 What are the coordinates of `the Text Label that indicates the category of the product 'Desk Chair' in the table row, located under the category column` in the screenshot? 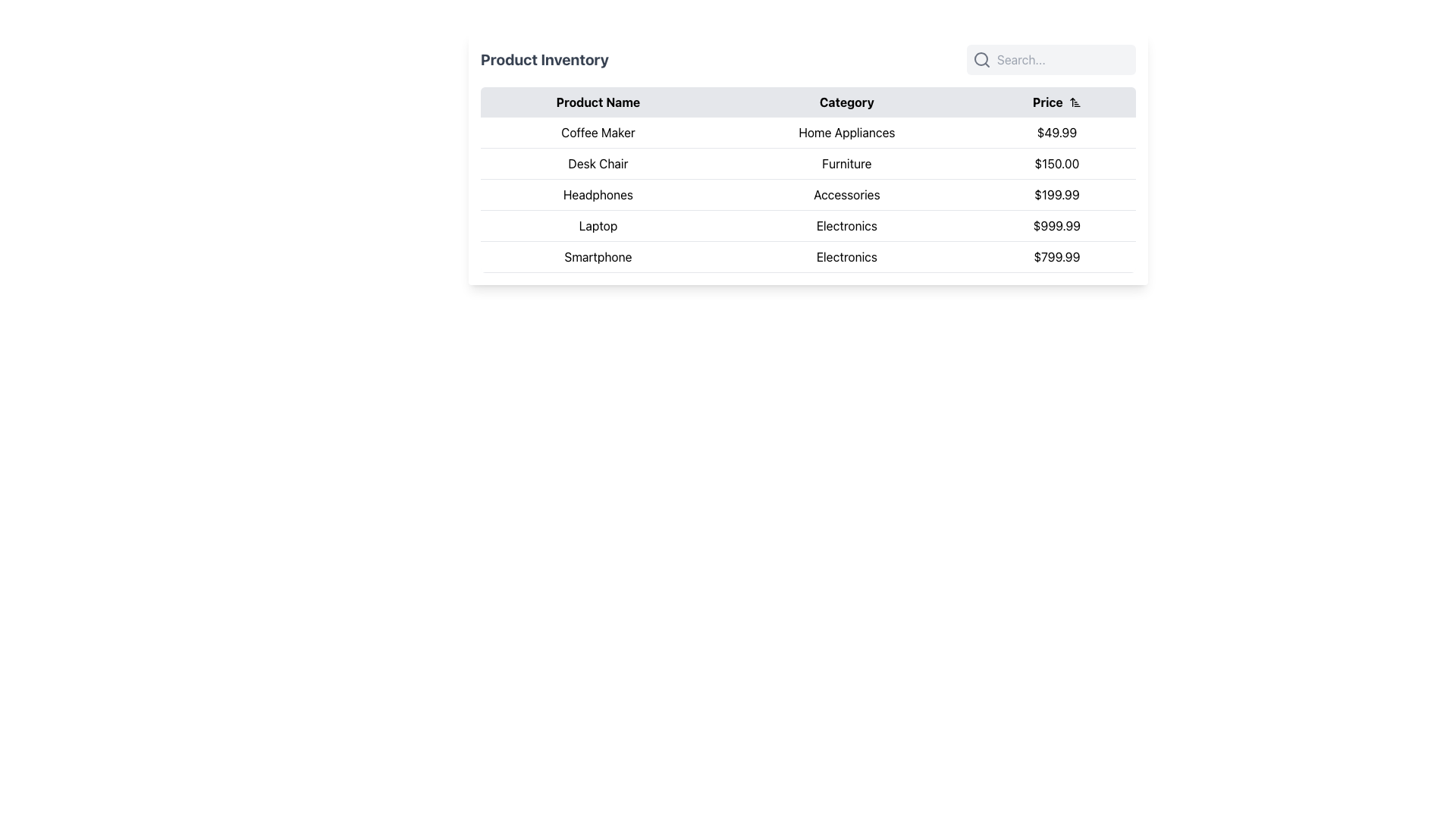 It's located at (846, 164).